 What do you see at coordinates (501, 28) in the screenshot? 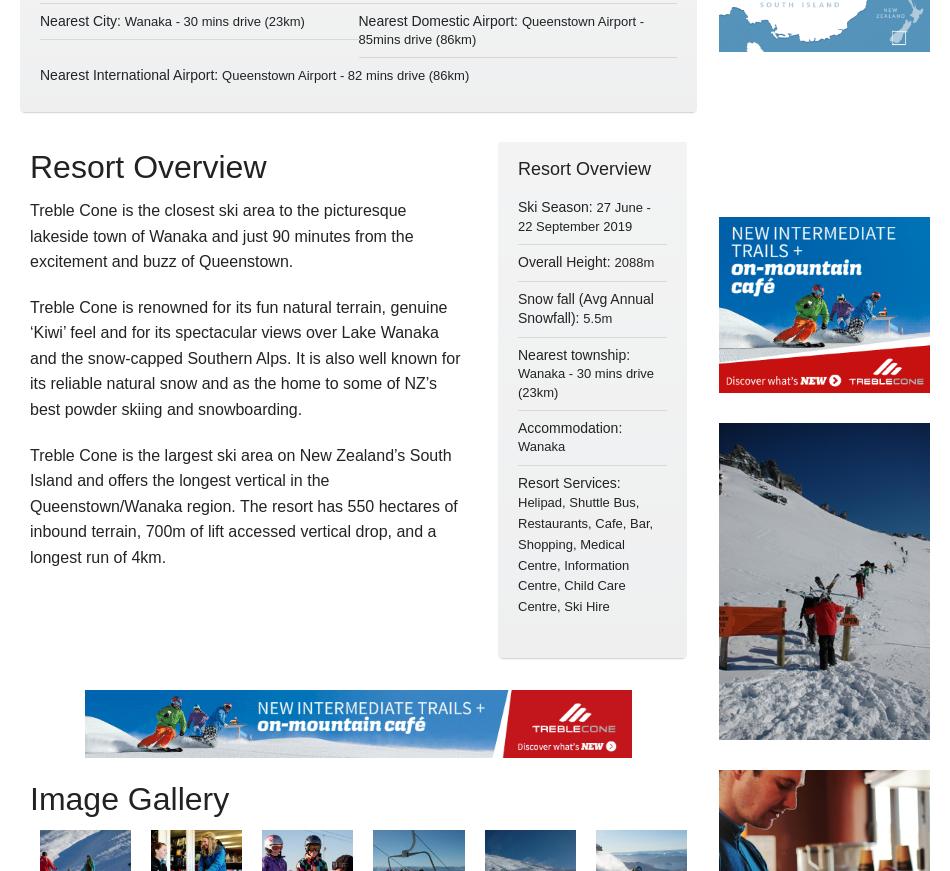
I see `'Queenstown Airport - 85mins drive (86km)'` at bounding box center [501, 28].